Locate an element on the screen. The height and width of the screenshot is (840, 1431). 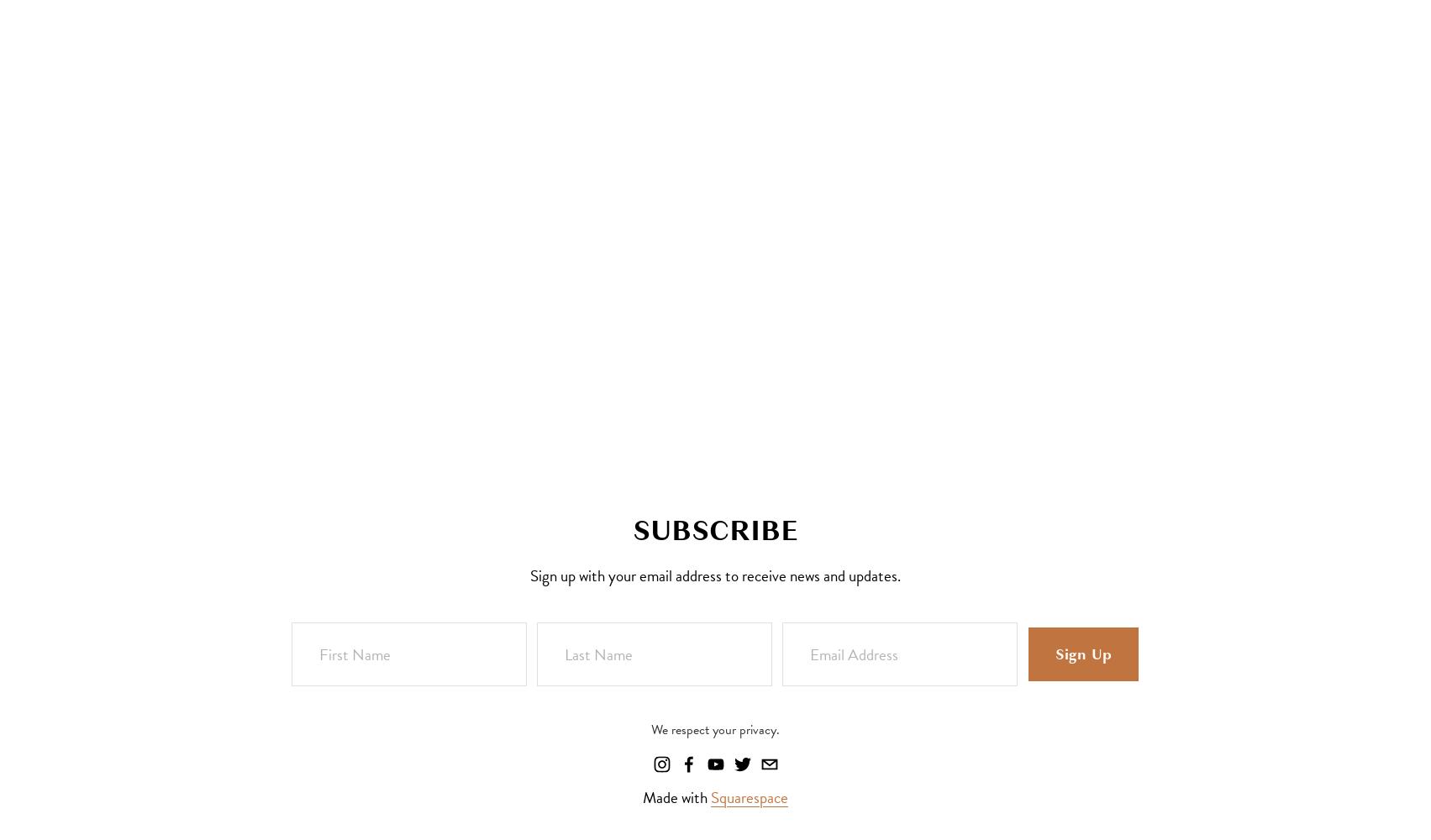
'Sign up with your email address to receive news and updates.' is located at coordinates (714, 575).